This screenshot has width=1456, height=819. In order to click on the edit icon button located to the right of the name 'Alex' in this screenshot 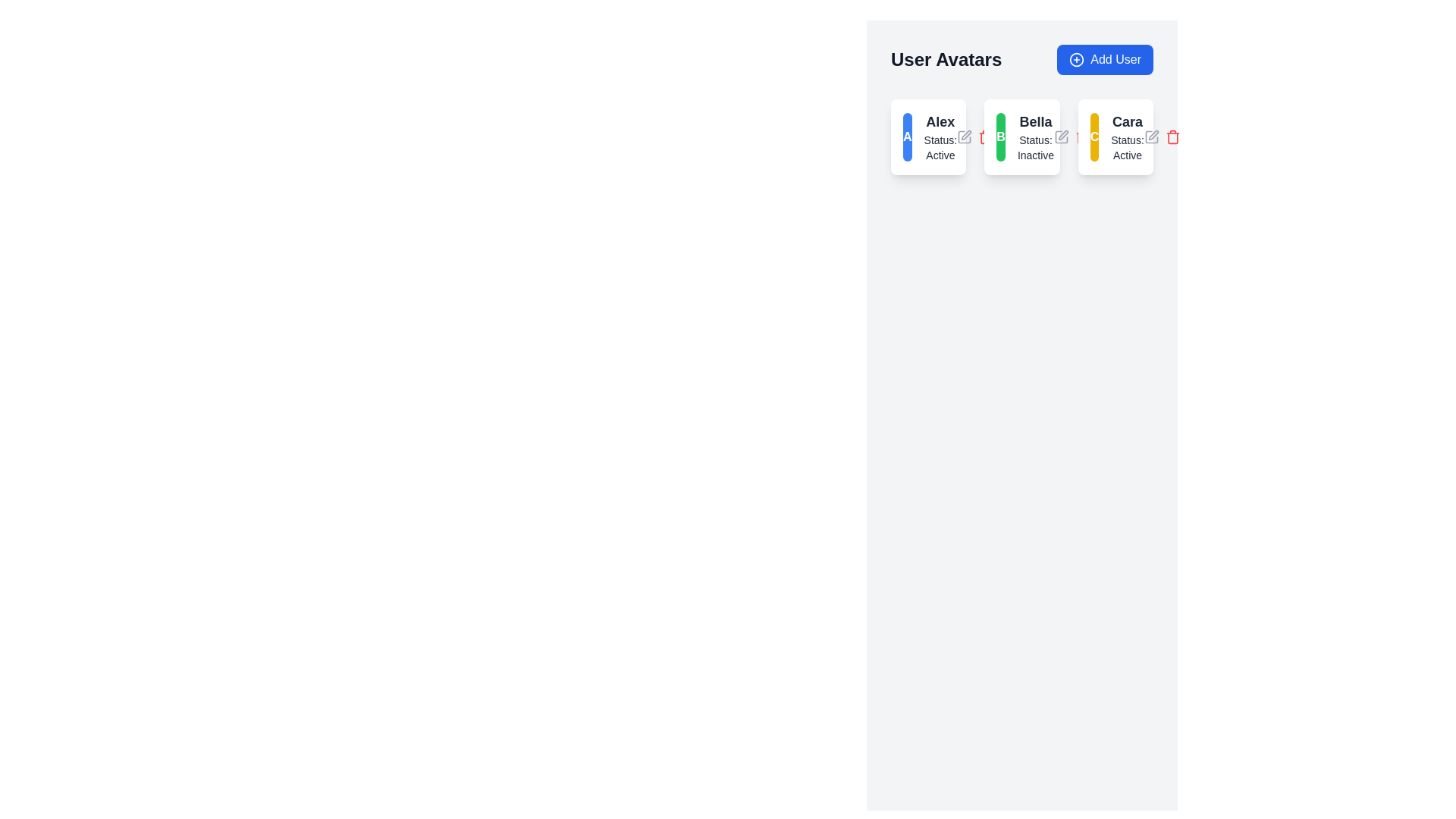, I will do `click(964, 137)`.